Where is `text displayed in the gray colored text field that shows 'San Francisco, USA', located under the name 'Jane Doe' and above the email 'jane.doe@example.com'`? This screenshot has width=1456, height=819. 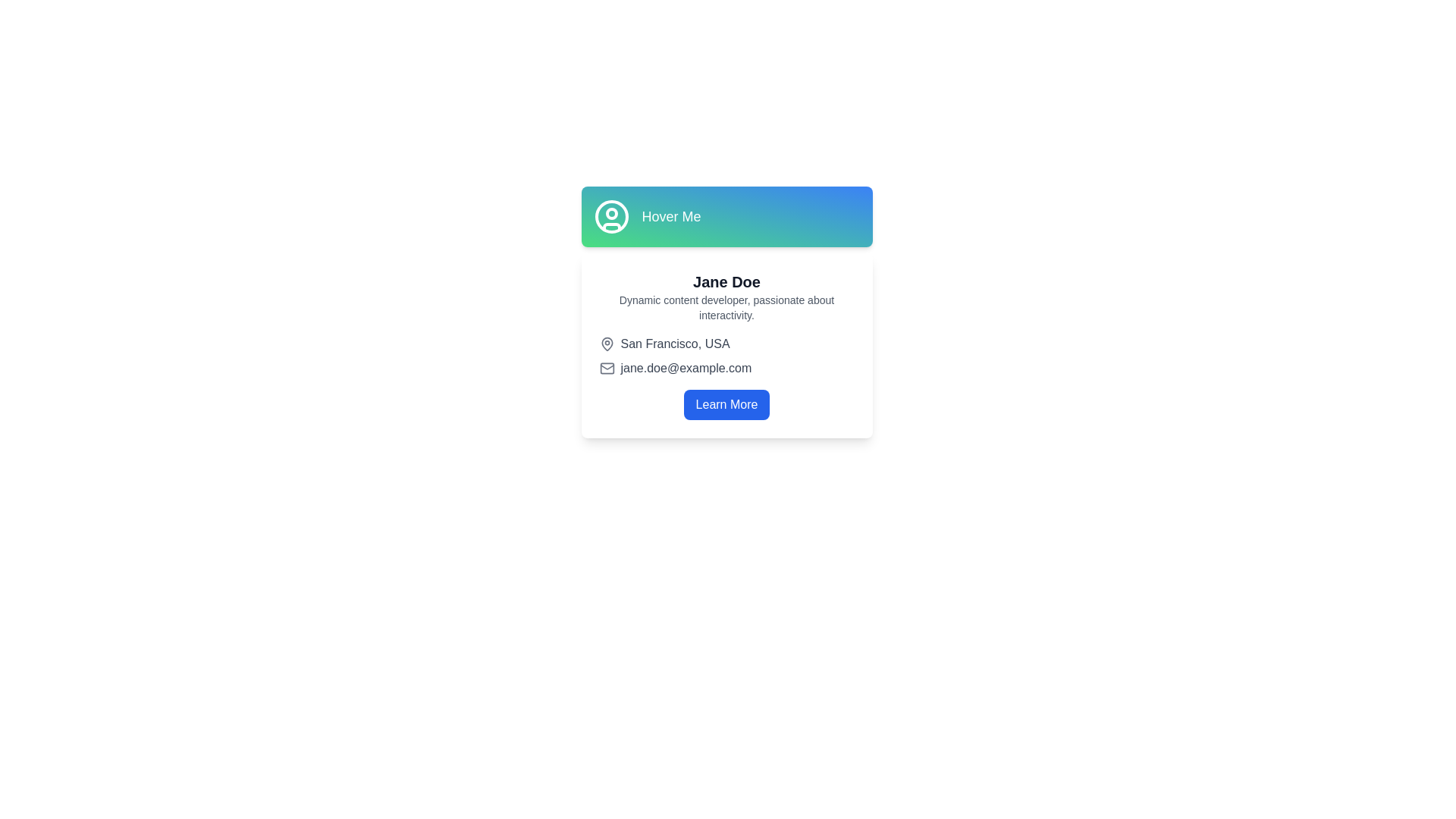
text displayed in the gray colored text field that shows 'San Francisco, USA', located under the name 'Jane Doe' and above the email 'jane.doe@example.com' is located at coordinates (674, 344).